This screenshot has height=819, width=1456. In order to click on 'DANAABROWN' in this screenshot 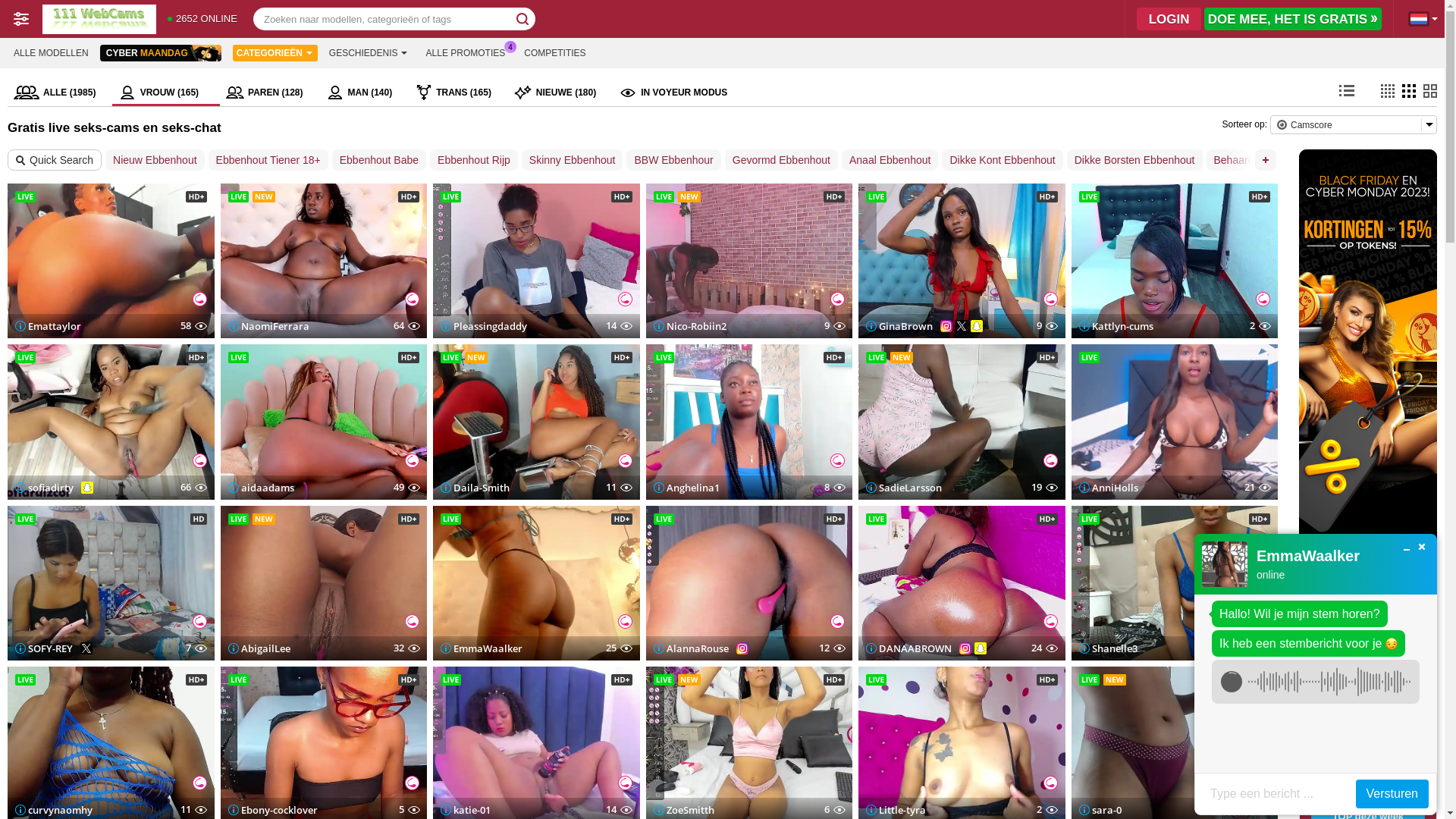, I will do `click(866, 648)`.